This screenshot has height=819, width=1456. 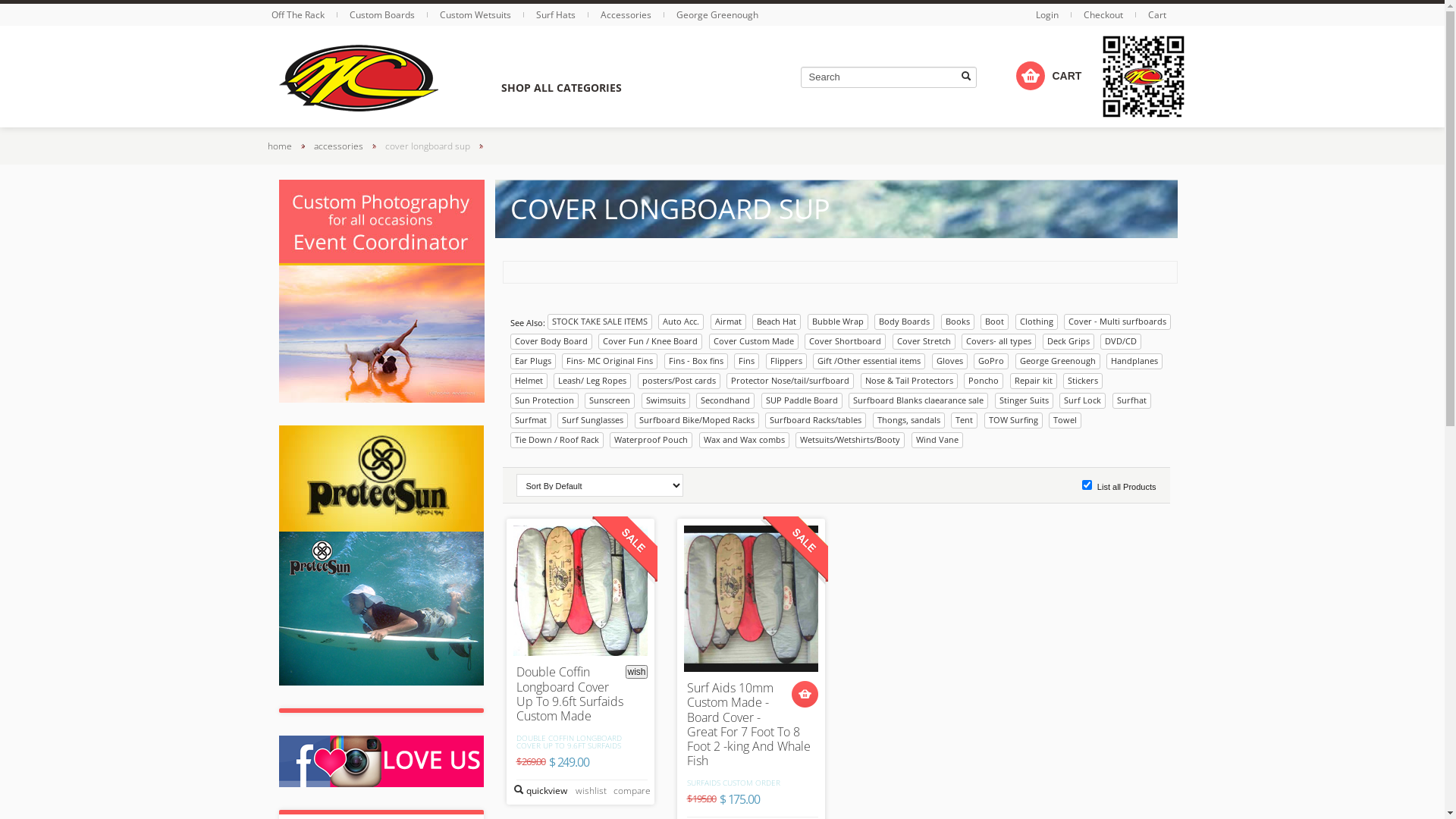 I want to click on 'Protector Nose/tail/surfboard', so click(x=789, y=380).